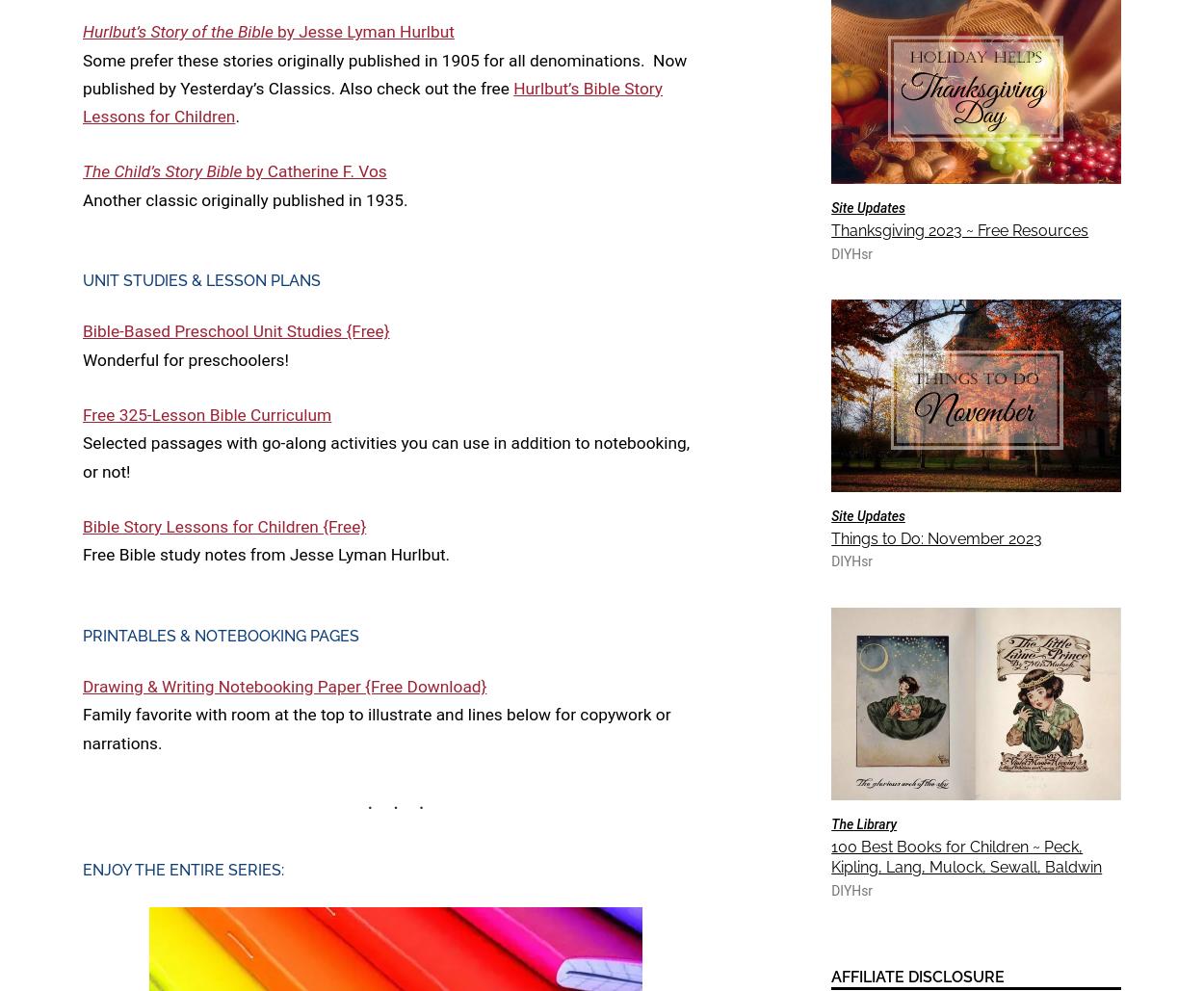 This screenshot has width=1204, height=991. What do you see at coordinates (82, 684) in the screenshot?
I see `'Drawing & Writing Notebooking Paper {Free Download}'` at bounding box center [82, 684].